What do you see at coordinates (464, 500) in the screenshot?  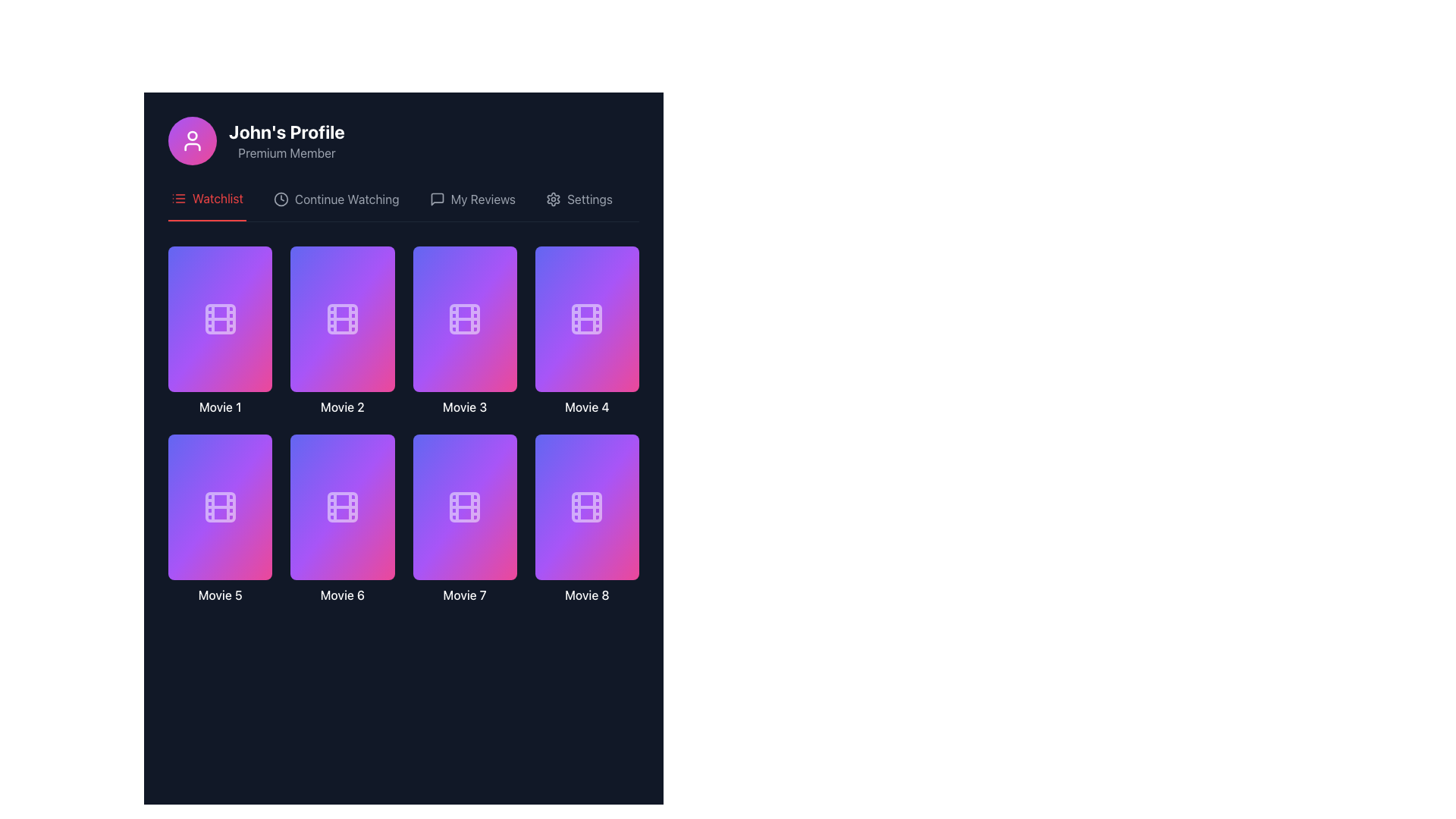 I see `the play button with a triangular play symbol for 'Movie 7'` at bounding box center [464, 500].